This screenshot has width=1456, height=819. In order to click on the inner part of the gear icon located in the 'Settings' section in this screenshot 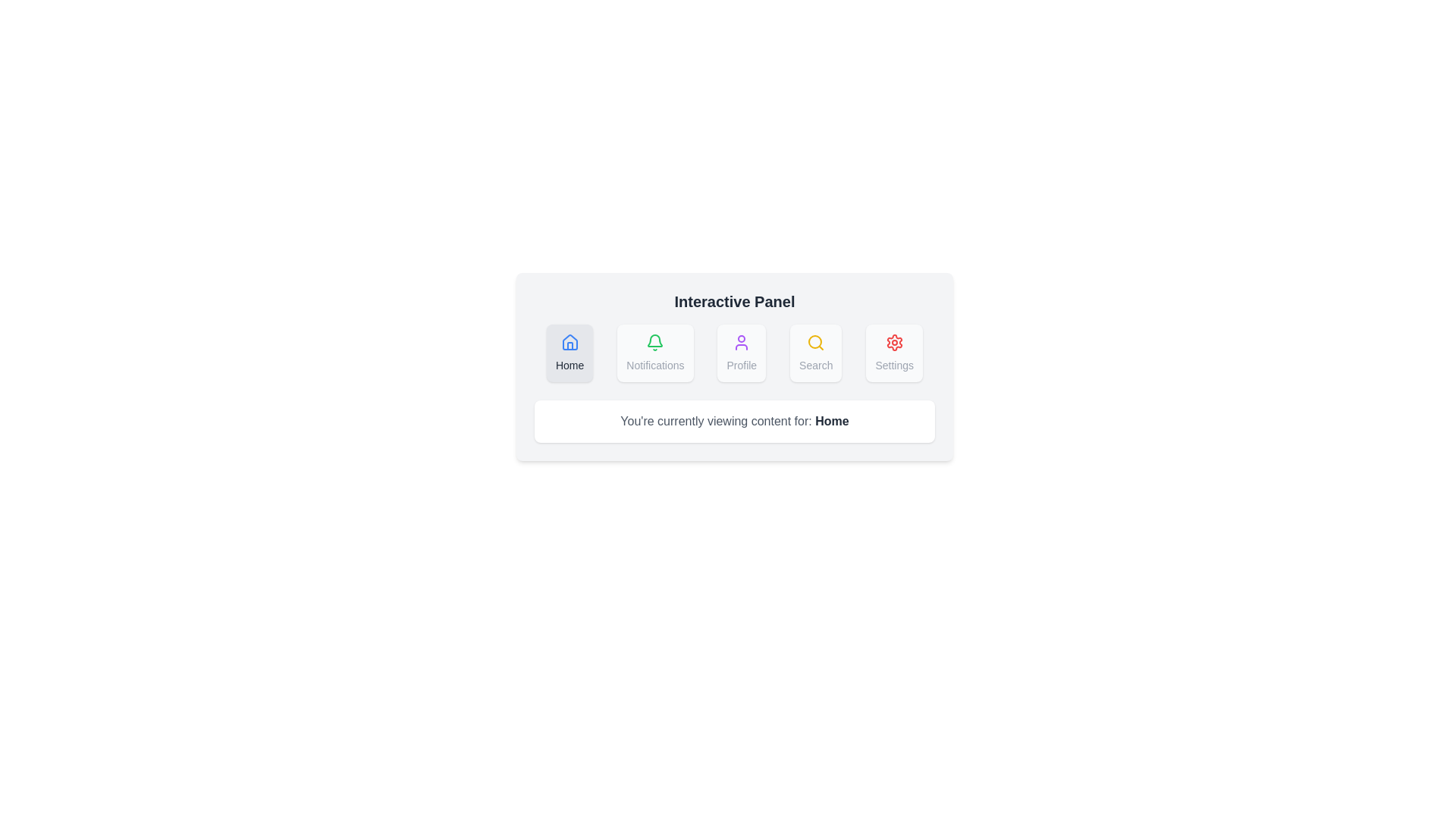, I will do `click(894, 342)`.